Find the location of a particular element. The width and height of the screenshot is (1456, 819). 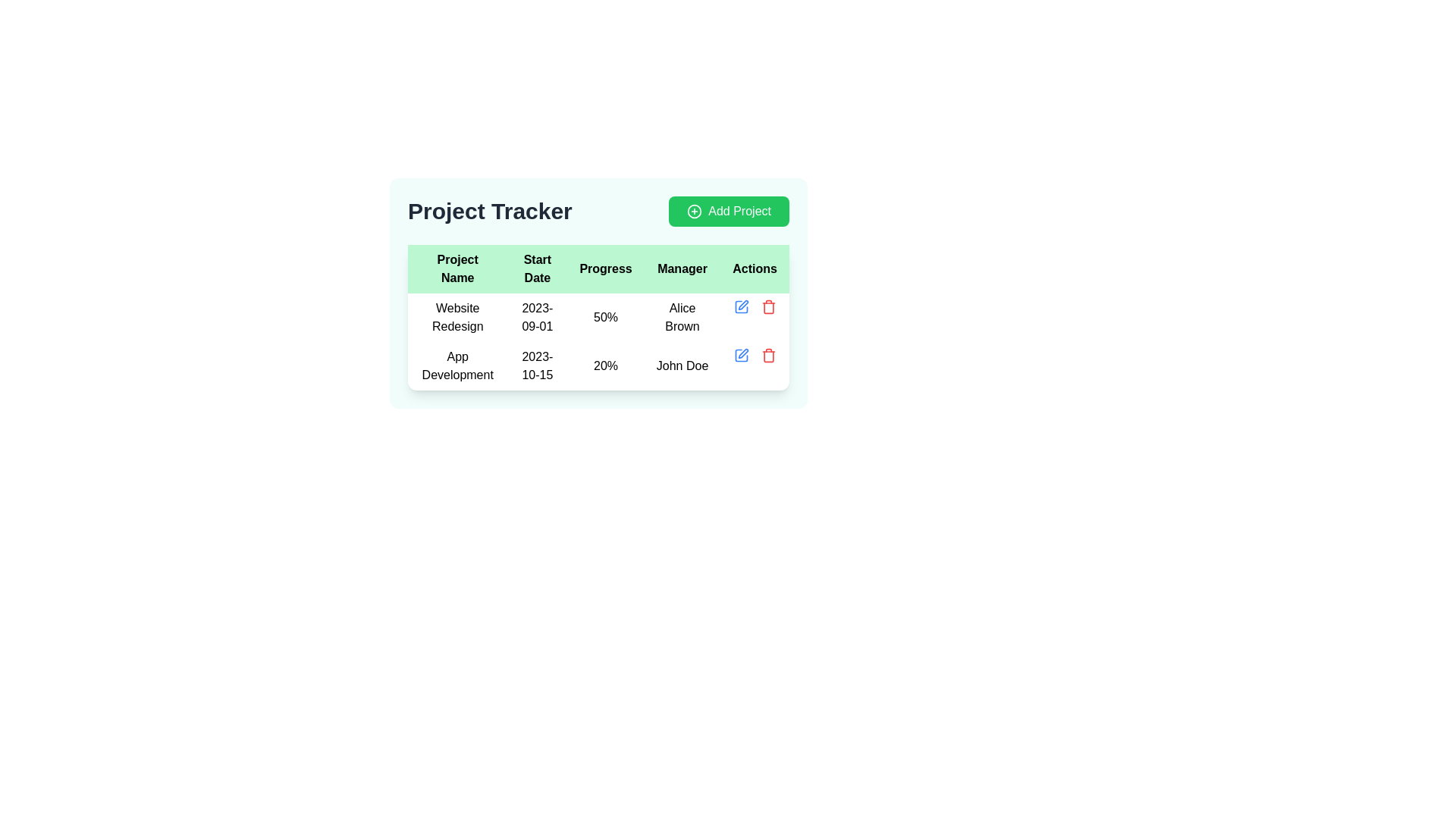

the blue edit icon located in the second row under the 'Actions' column is located at coordinates (741, 307).